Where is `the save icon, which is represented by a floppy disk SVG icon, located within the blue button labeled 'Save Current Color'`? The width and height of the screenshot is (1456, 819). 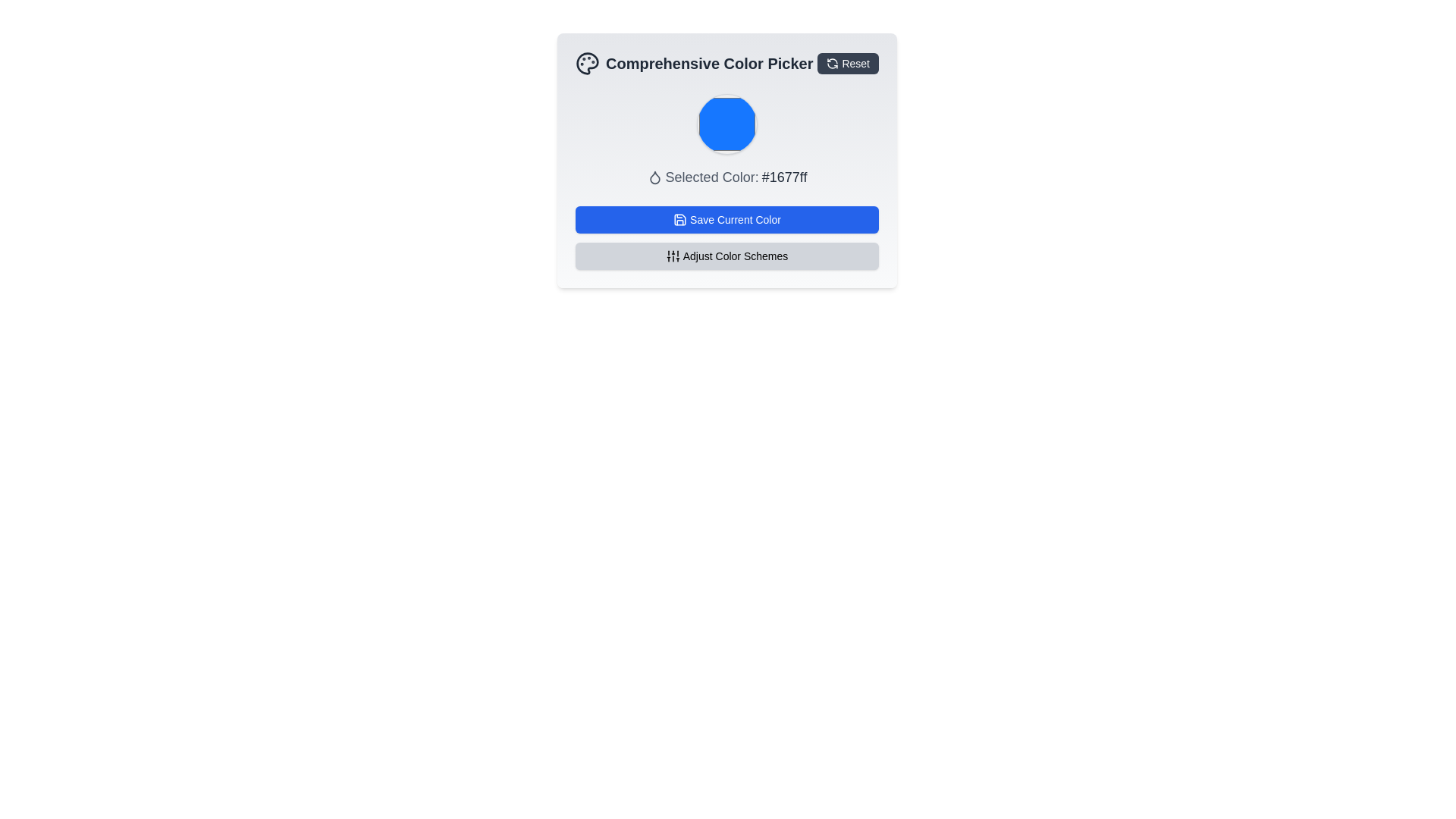
the save icon, which is represented by a floppy disk SVG icon, located within the blue button labeled 'Save Current Color' is located at coordinates (679, 219).